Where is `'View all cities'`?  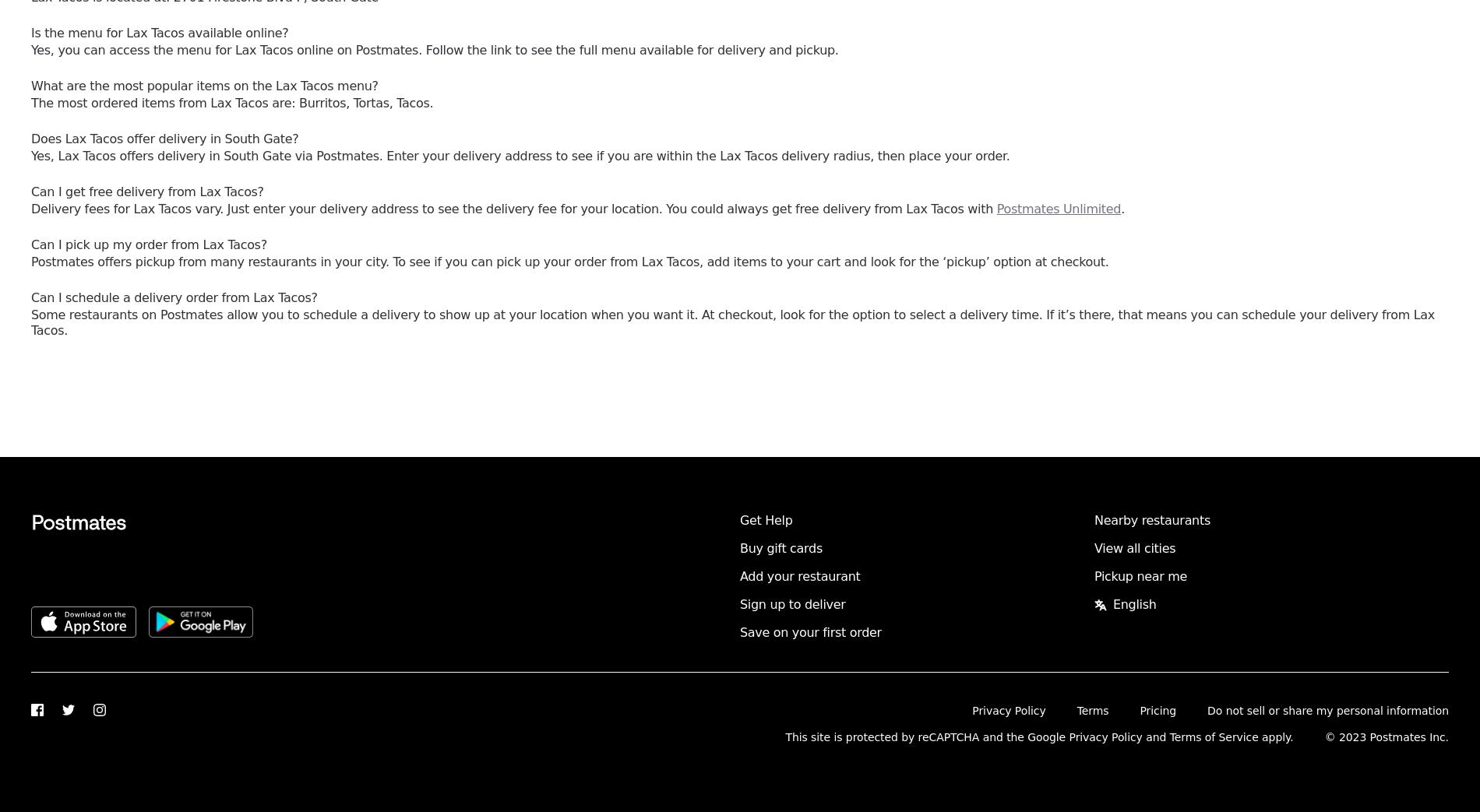 'View all cities' is located at coordinates (1094, 548).